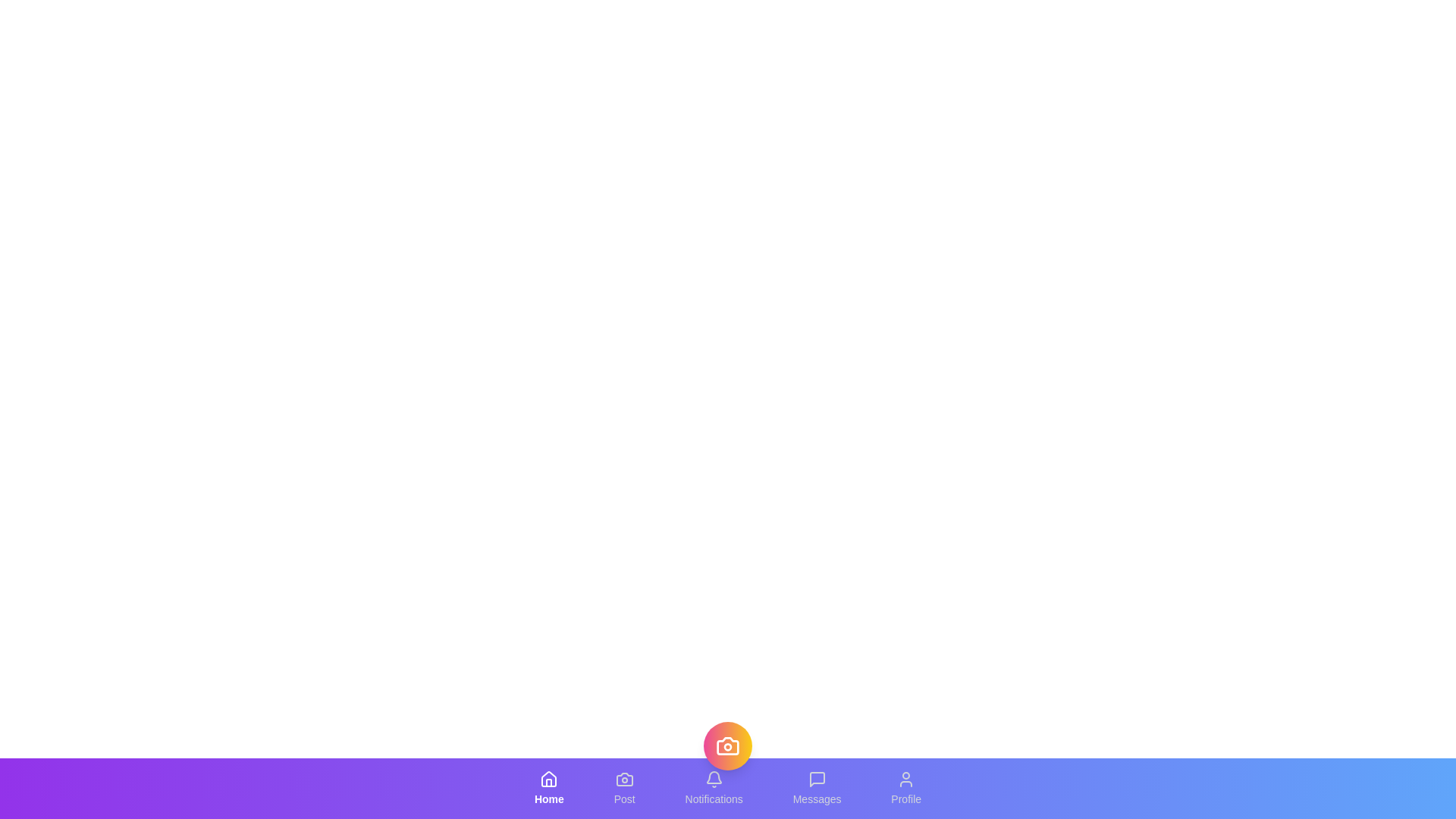  Describe the element at coordinates (816, 788) in the screenshot. I see `the Messages tab to switch to its section` at that location.